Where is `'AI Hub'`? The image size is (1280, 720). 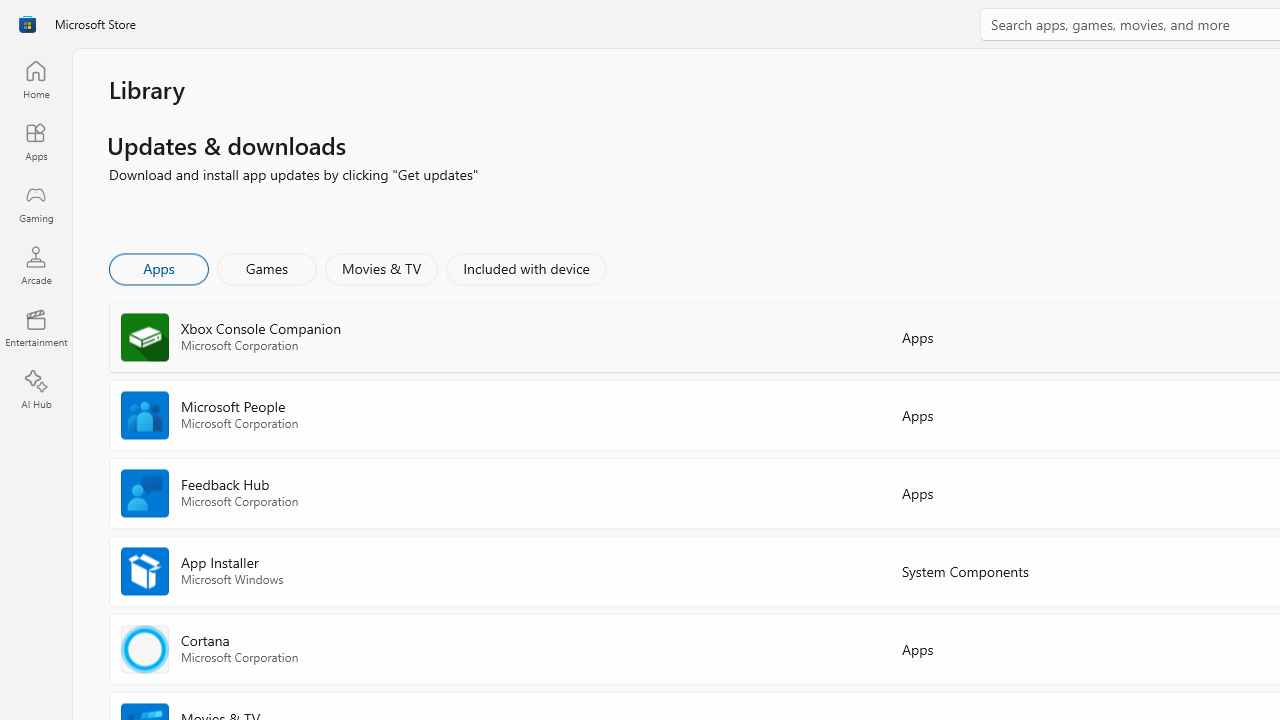 'AI Hub' is located at coordinates (35, 390).